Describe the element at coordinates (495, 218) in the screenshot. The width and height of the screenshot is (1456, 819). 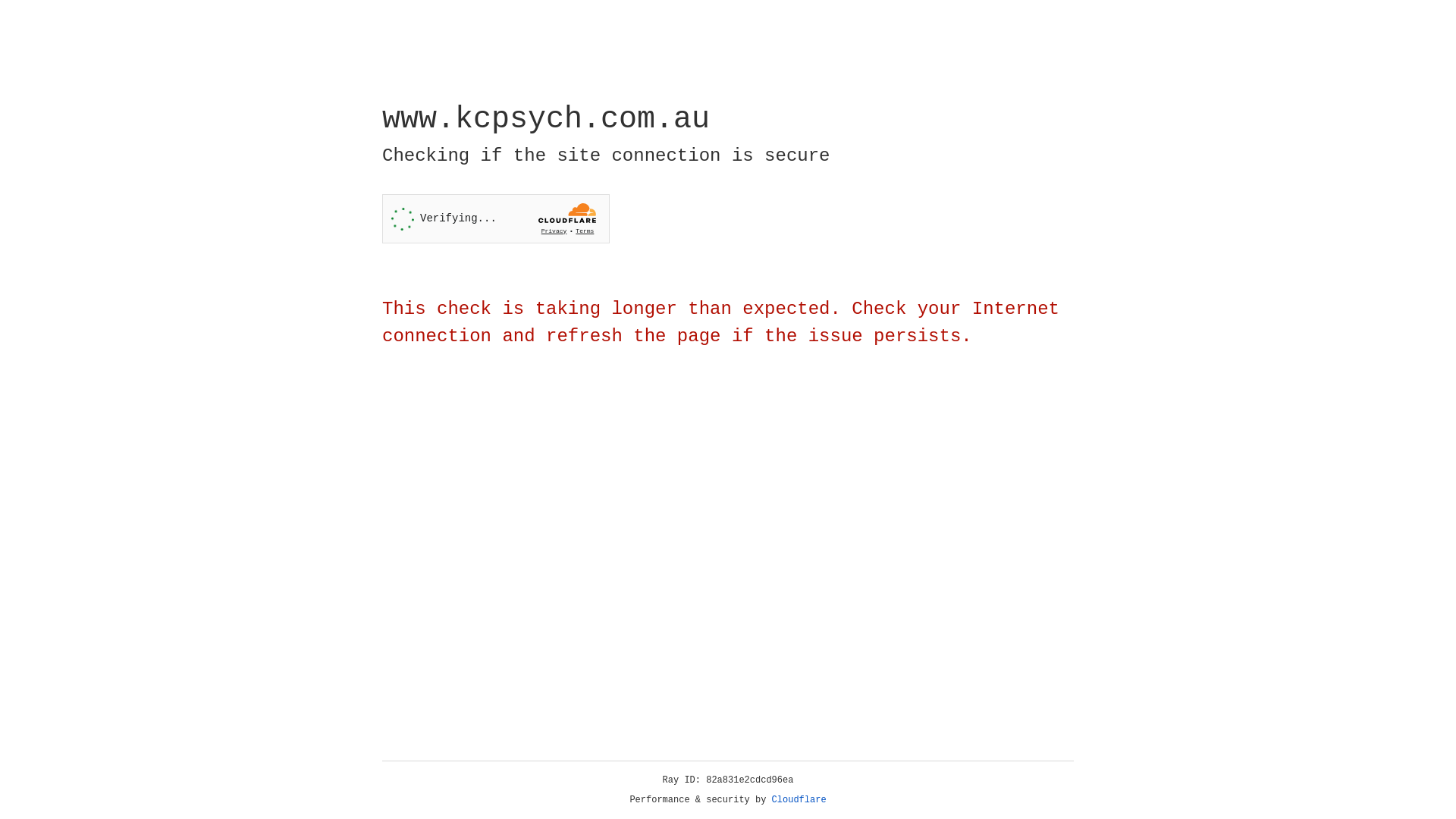
I see `'Widget containing a Cloudflare security challenge'` at that location.